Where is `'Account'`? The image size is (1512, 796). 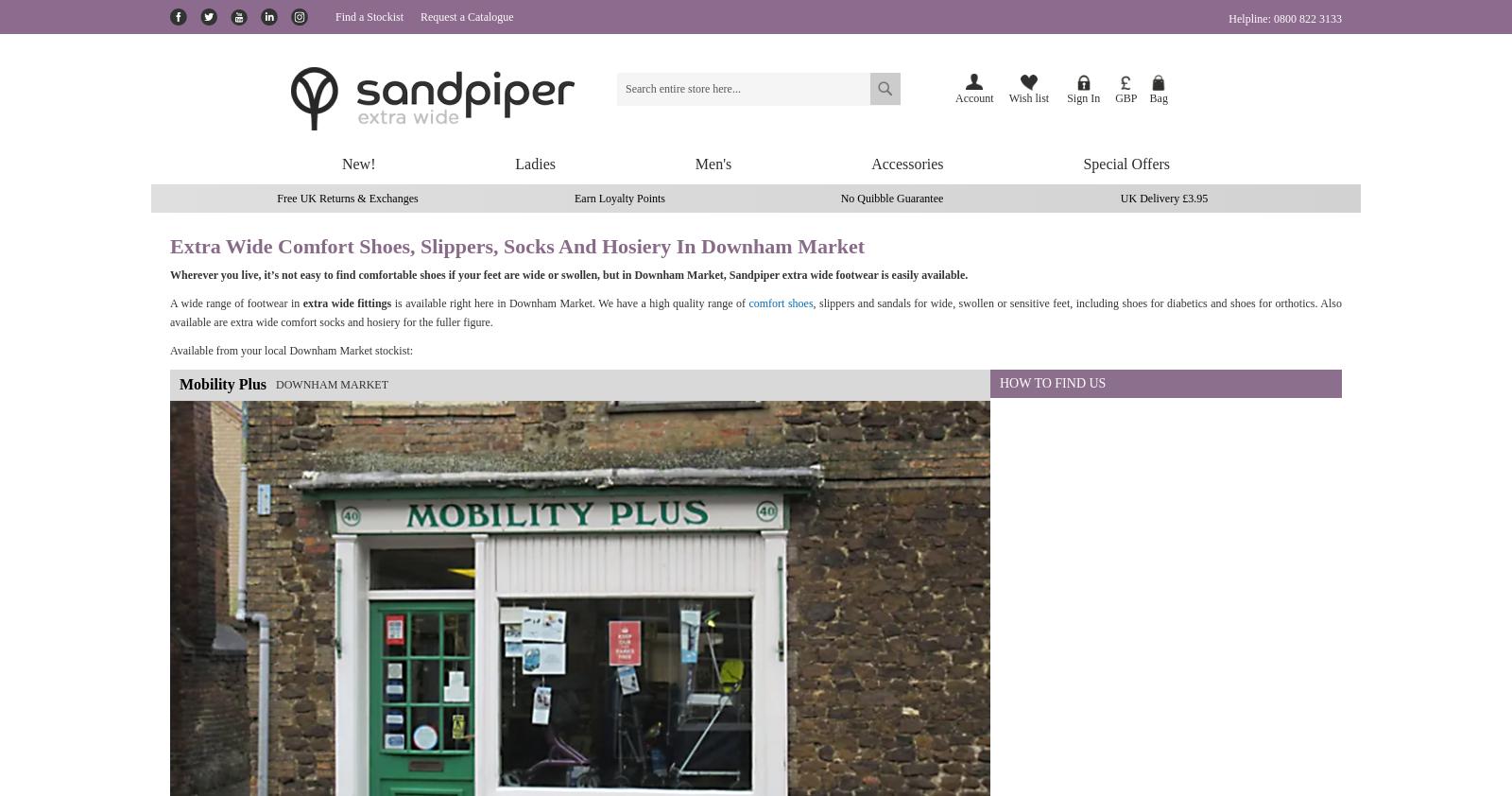 'Account' is located at coordinates (974, 96).